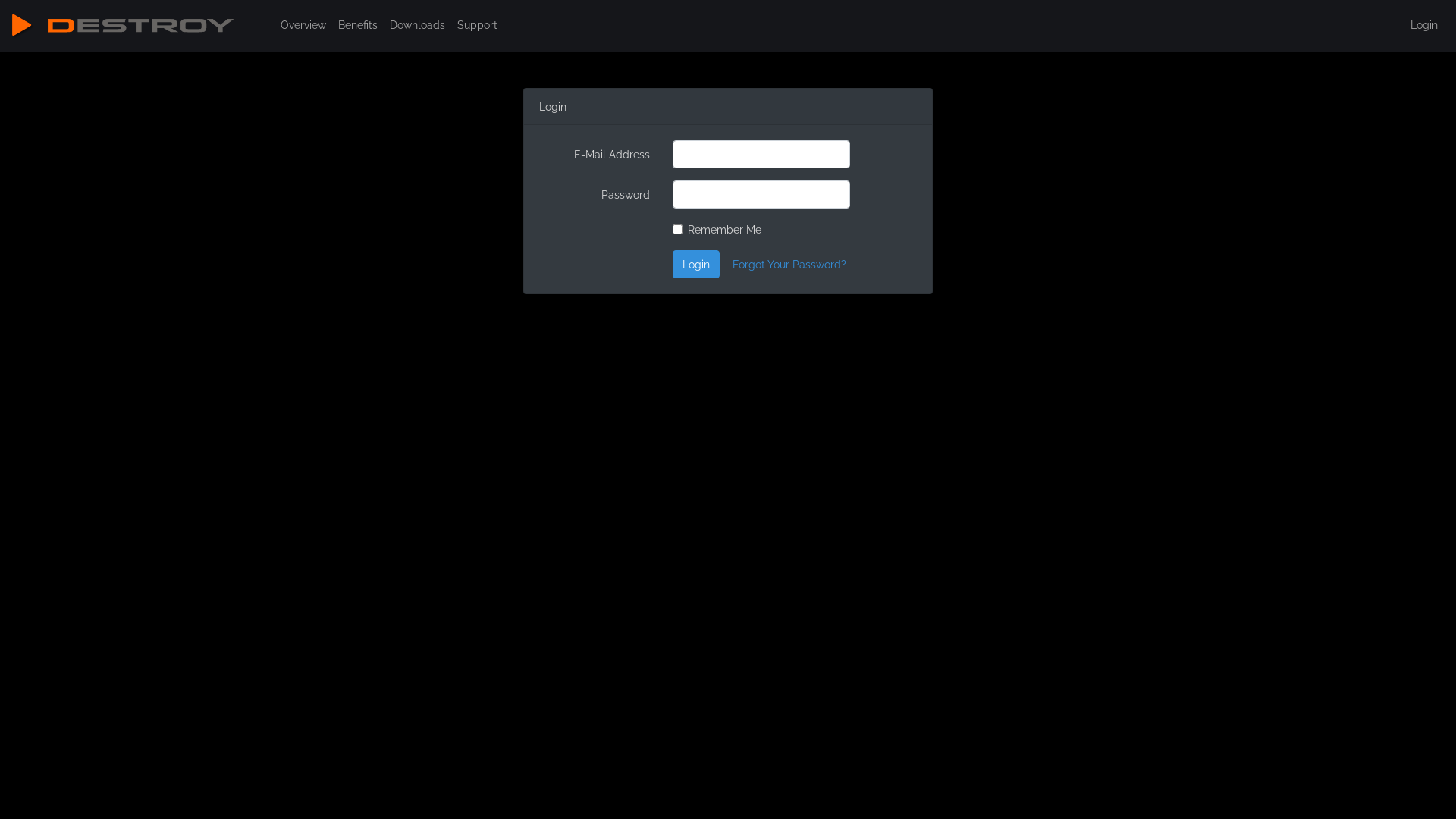 Image resolution: width=1456 pixels, height=819 pixels. Describe the element at coordinates (1423, 24) in the screenshot. I see `'Login'` at that location.